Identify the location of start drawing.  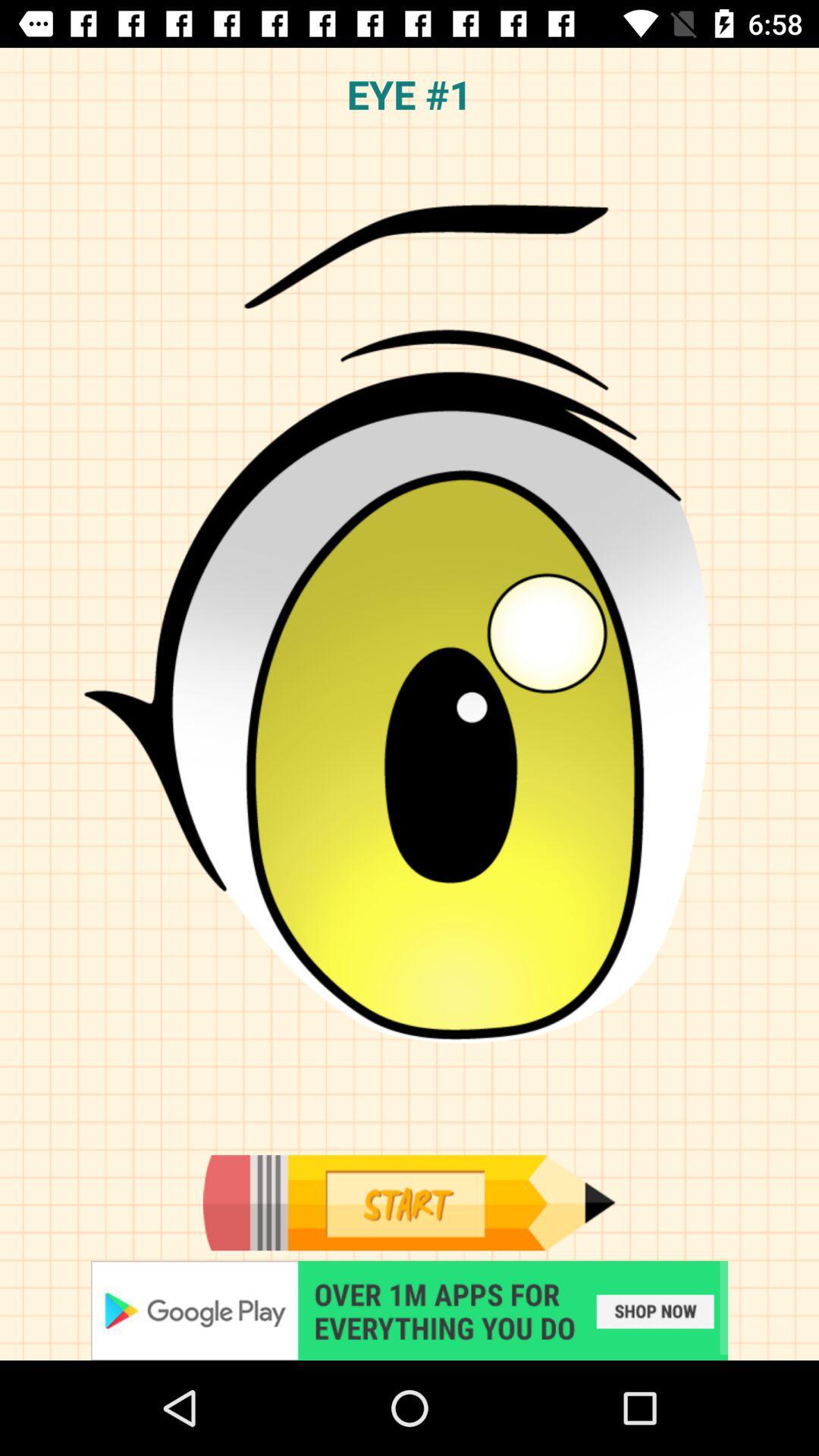
(408, 1202).